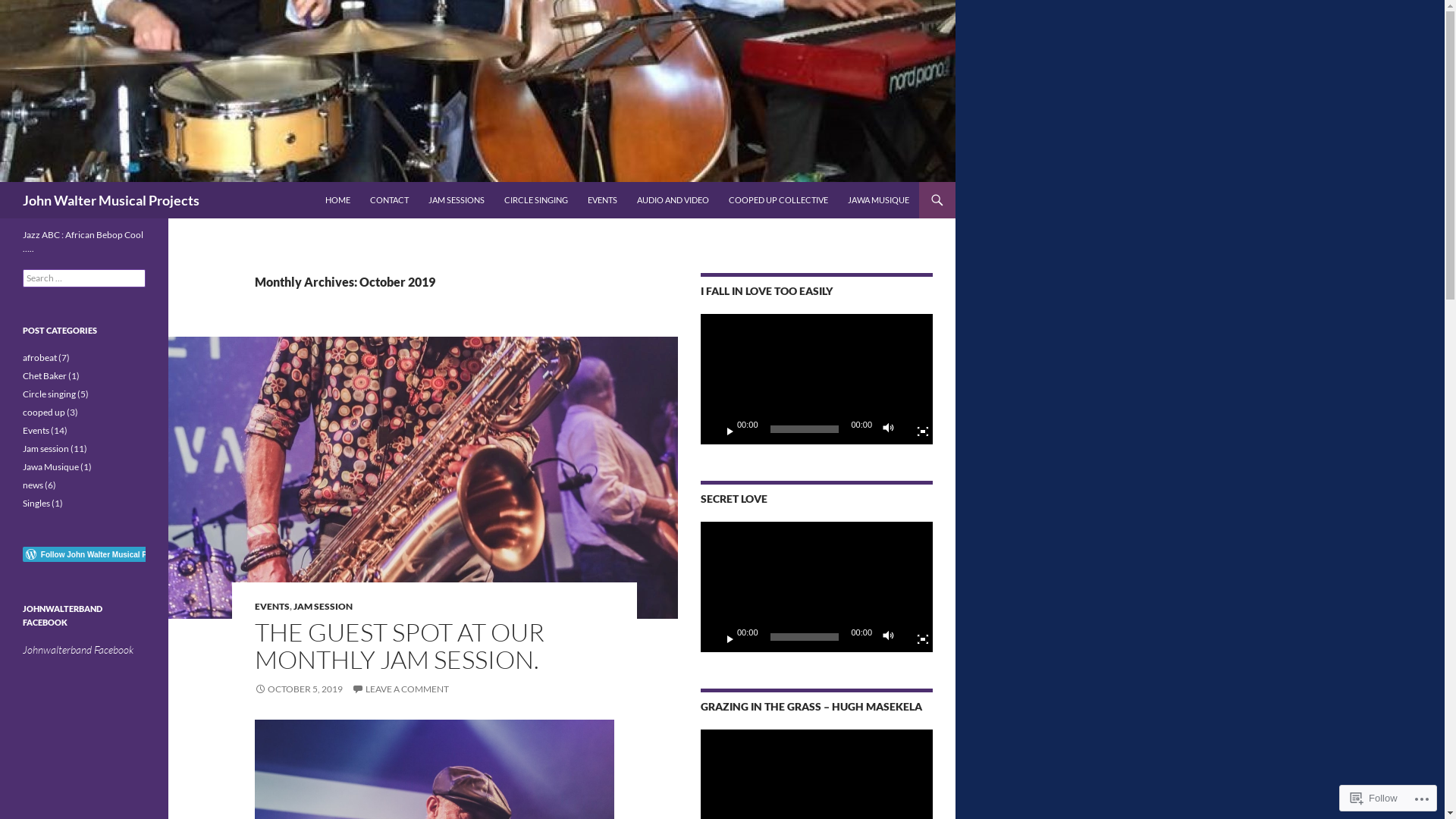 The height and width of the screenshot is (819, 1456). Describe the element at coordinates (455, 199) in the screenshot. I see `'JAM SESSIONS'` at that location.